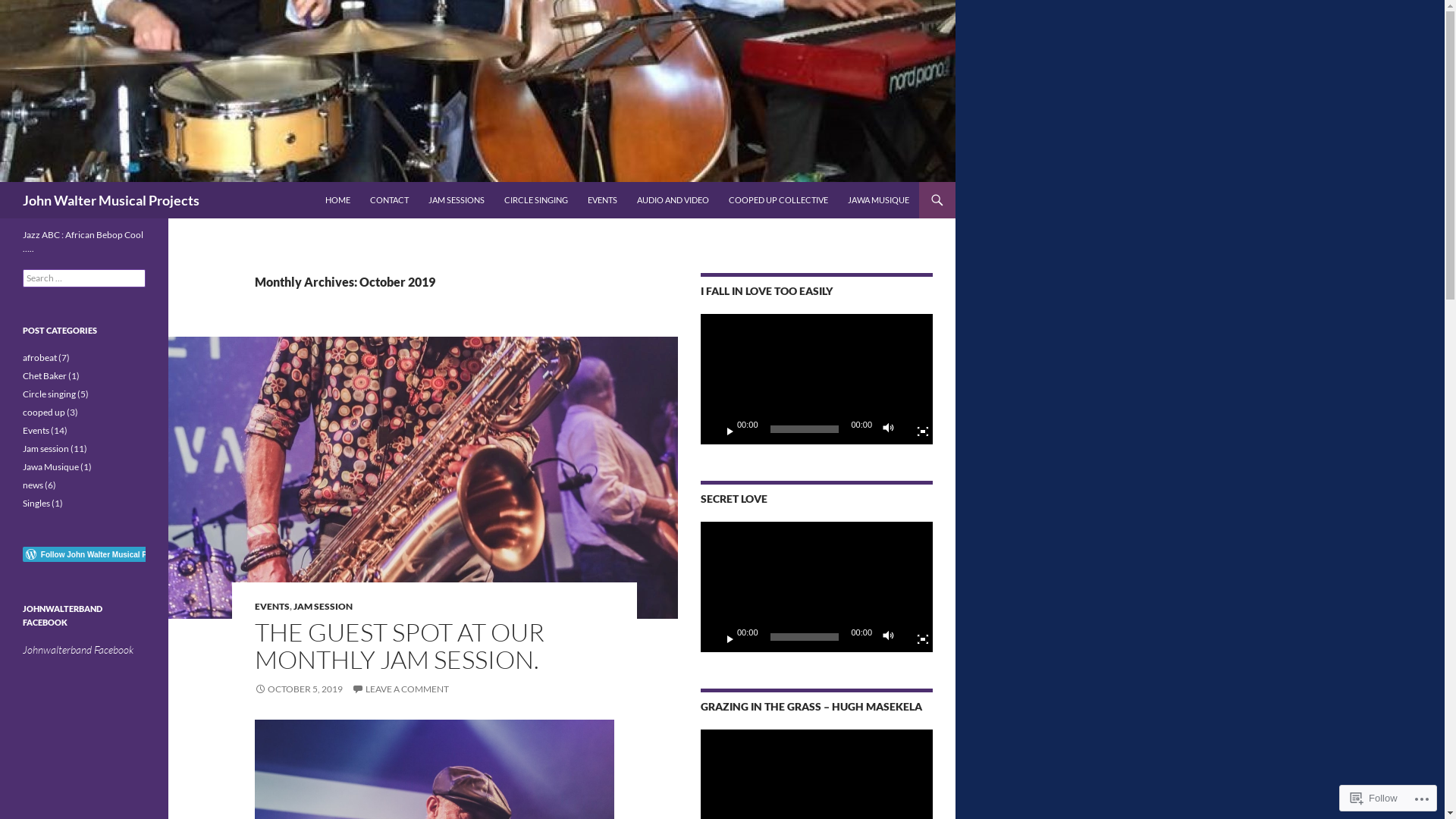 The height and width of the screenshot is (819, 1456). Describe the element at coordinates (455, 199) in the screenshot. I see `'JAM SESSIONS'` at that location.